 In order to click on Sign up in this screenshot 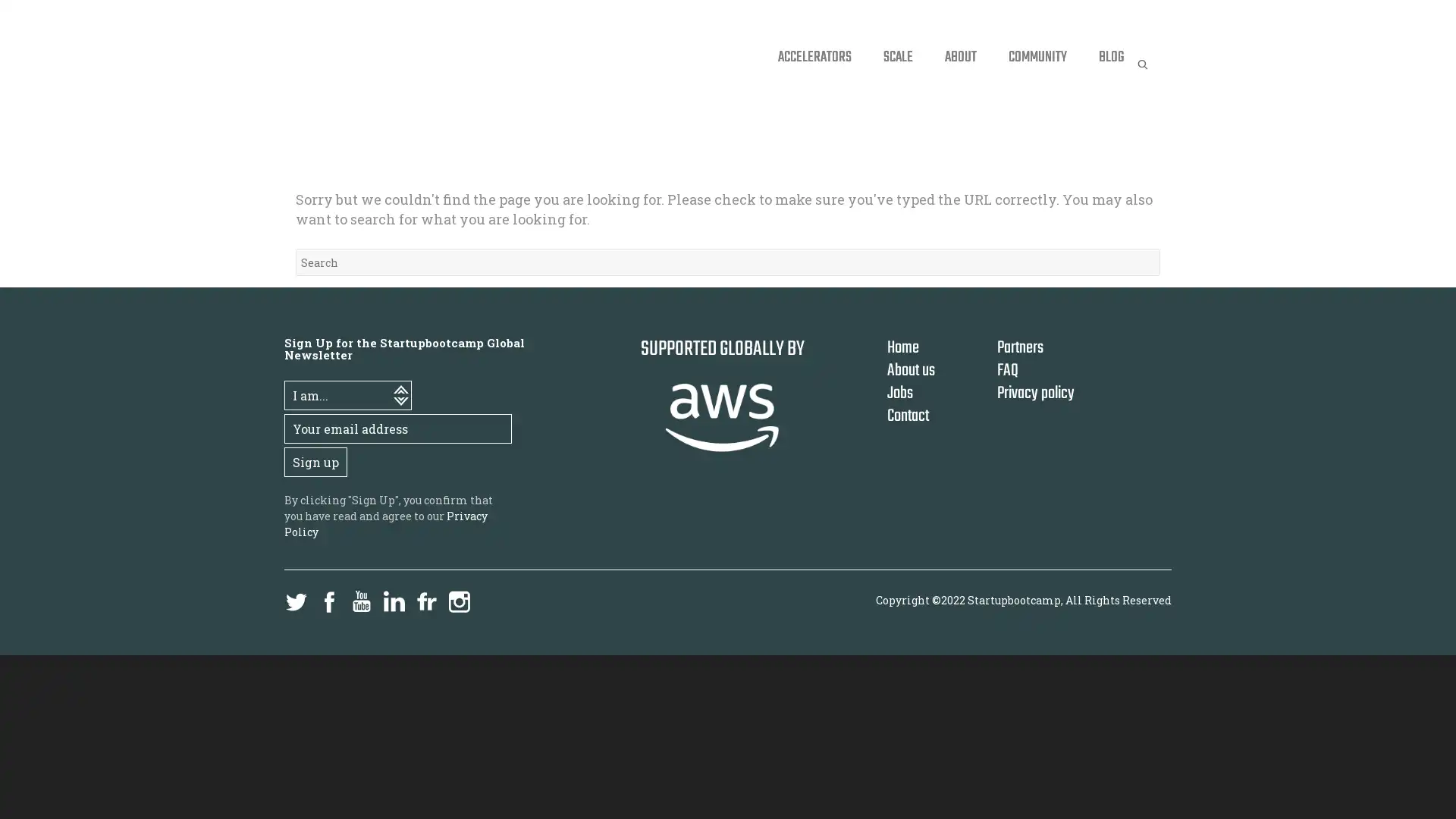, I will do `click(315, 461)`.